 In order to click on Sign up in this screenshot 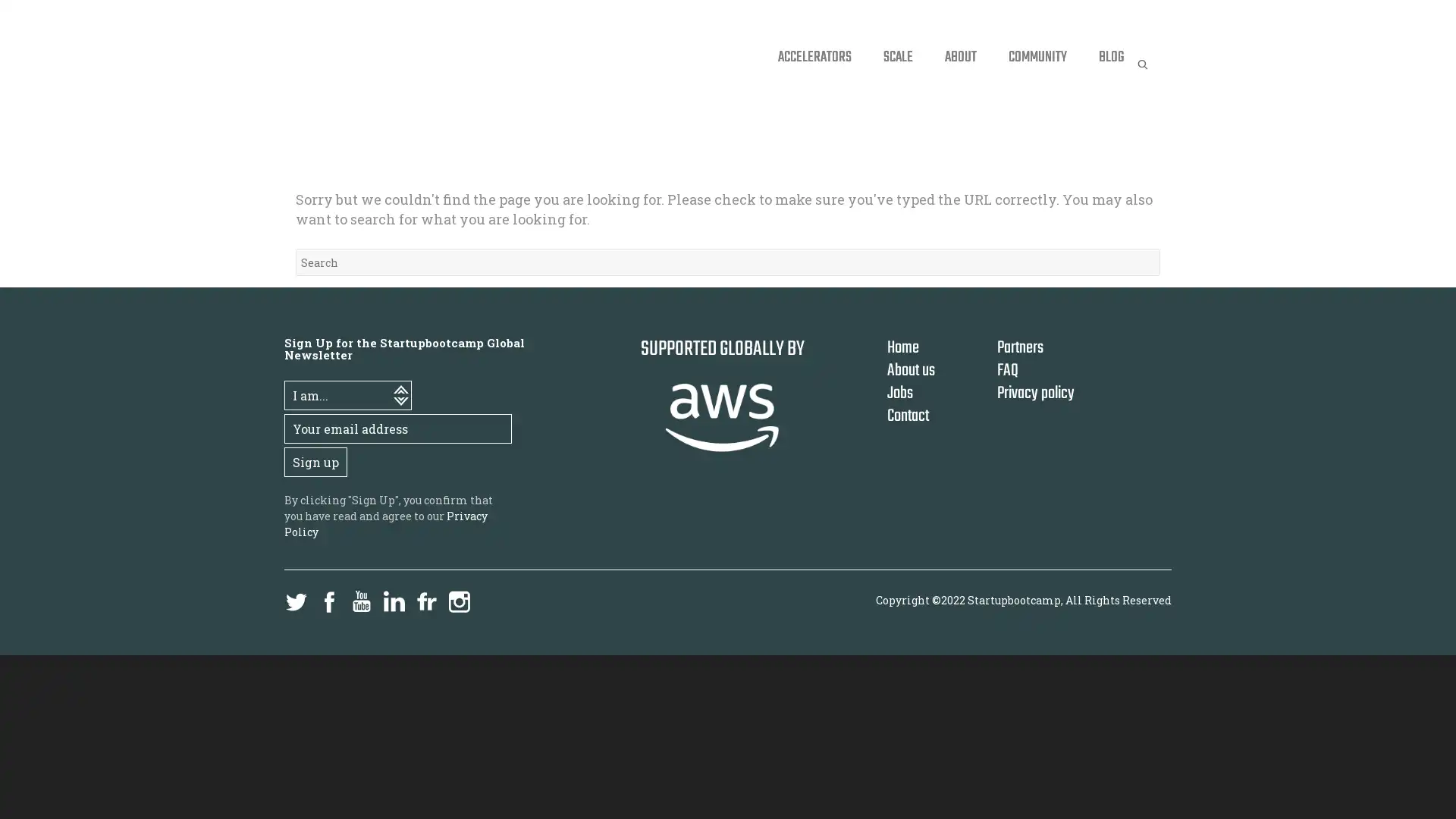, I will do `click(315, 461)`.